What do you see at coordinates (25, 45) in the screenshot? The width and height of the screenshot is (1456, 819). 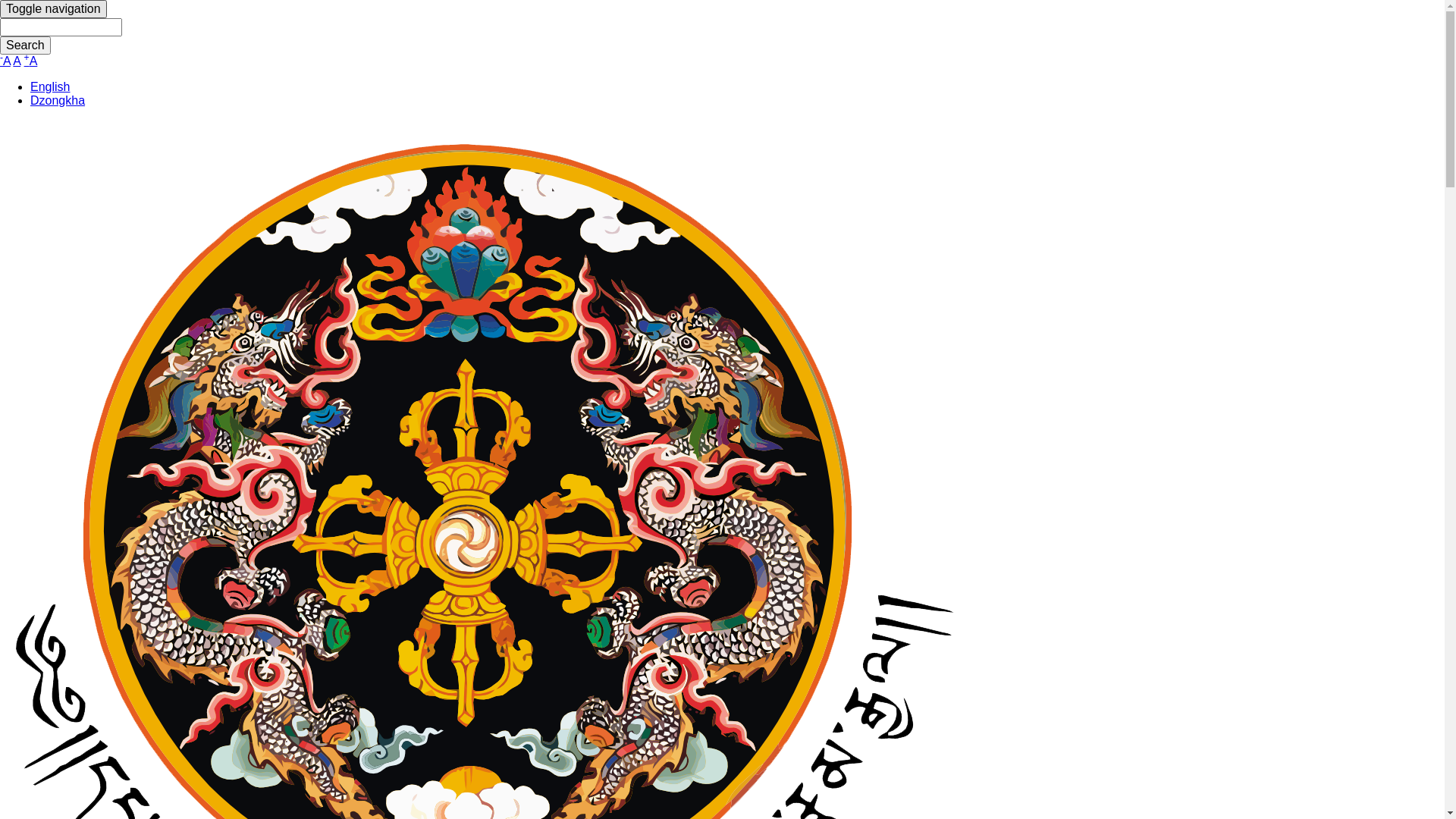 I see `'Search'` at bounding box center [25, 45].